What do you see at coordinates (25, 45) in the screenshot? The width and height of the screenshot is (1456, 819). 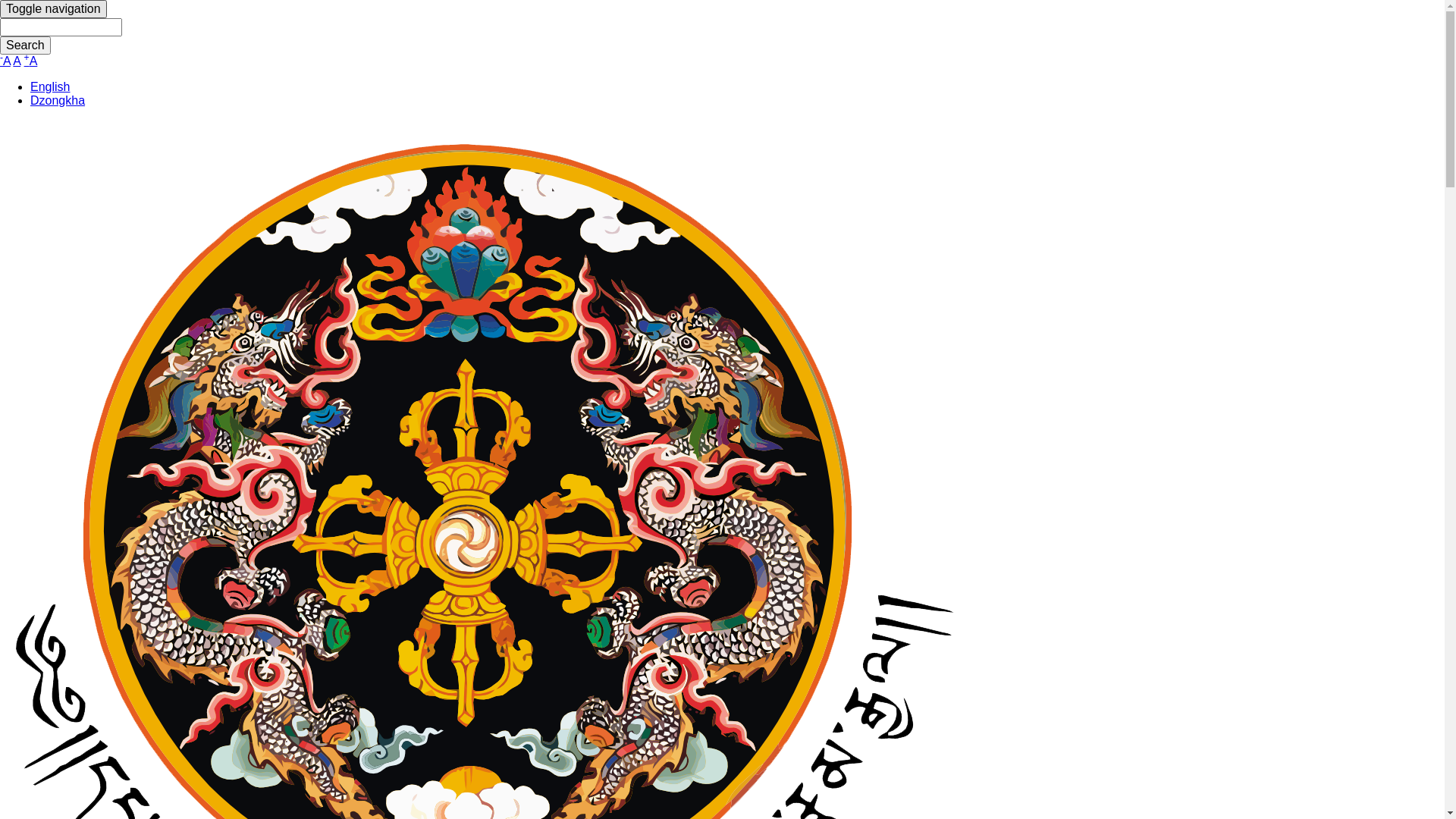 I see `'Search'` at bounding box center [25, 45].